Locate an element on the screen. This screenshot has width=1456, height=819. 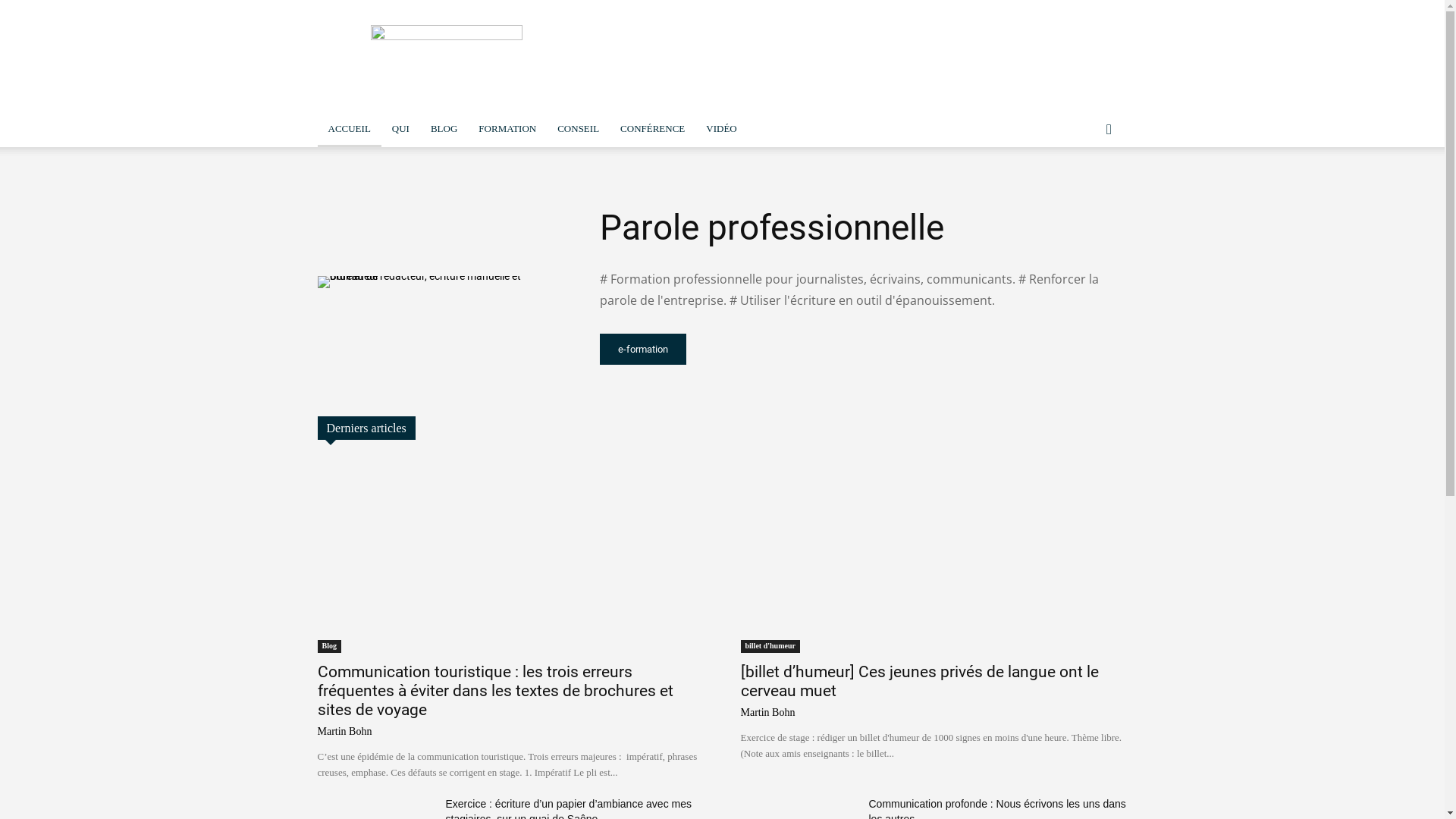
'ACCUEIL' is located at coordinates (348, 127).